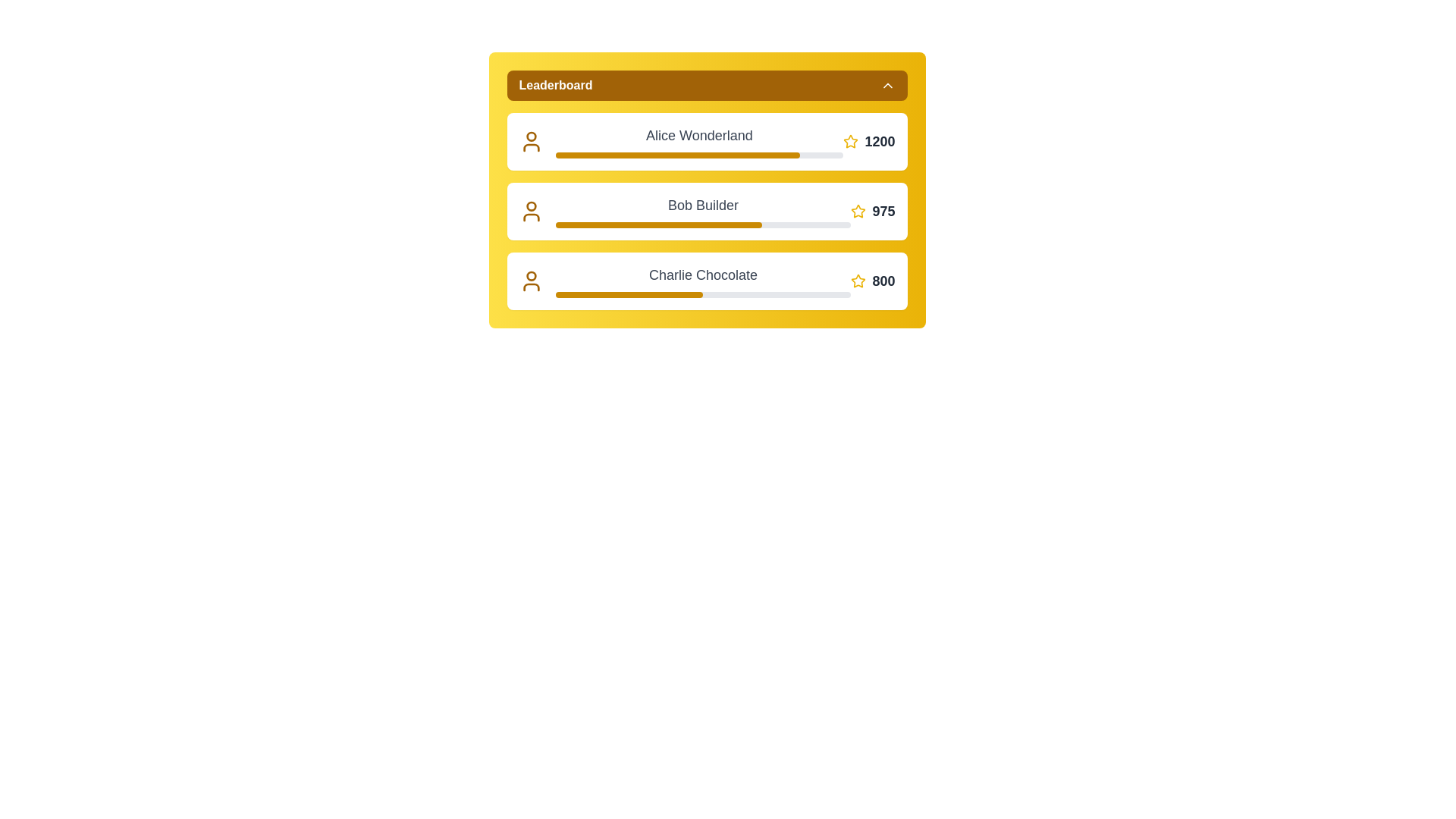 The width and height of the screenshot is (1456, 819). Describe the element at coordinates (858, 211) in the screenshot. I see `the star-shaped icon with a yellow border located next to the 'Bob Builder' section in the leaderboard interface` at that location.